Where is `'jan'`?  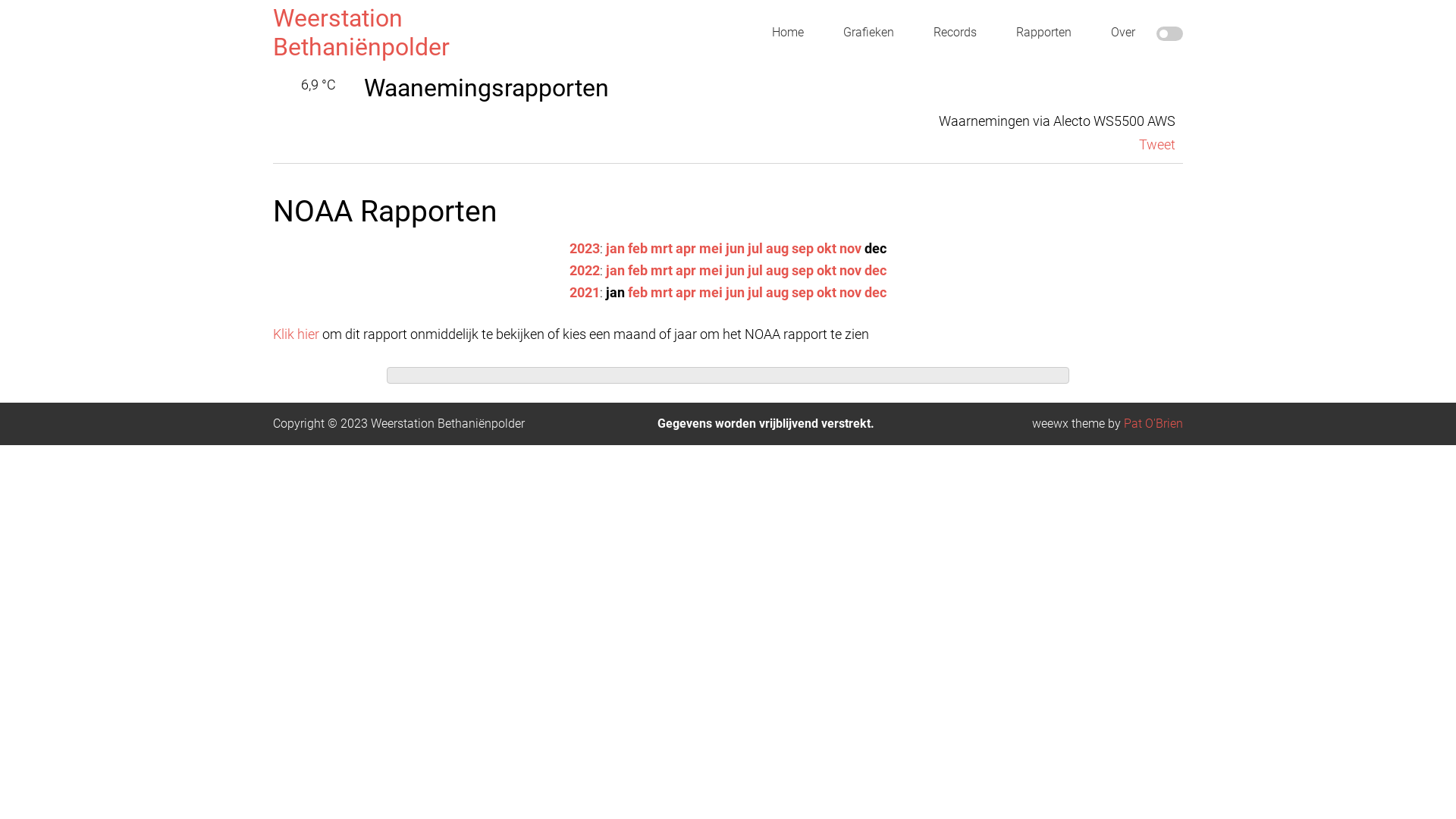 'jan' is located at coordinates (615, 247).